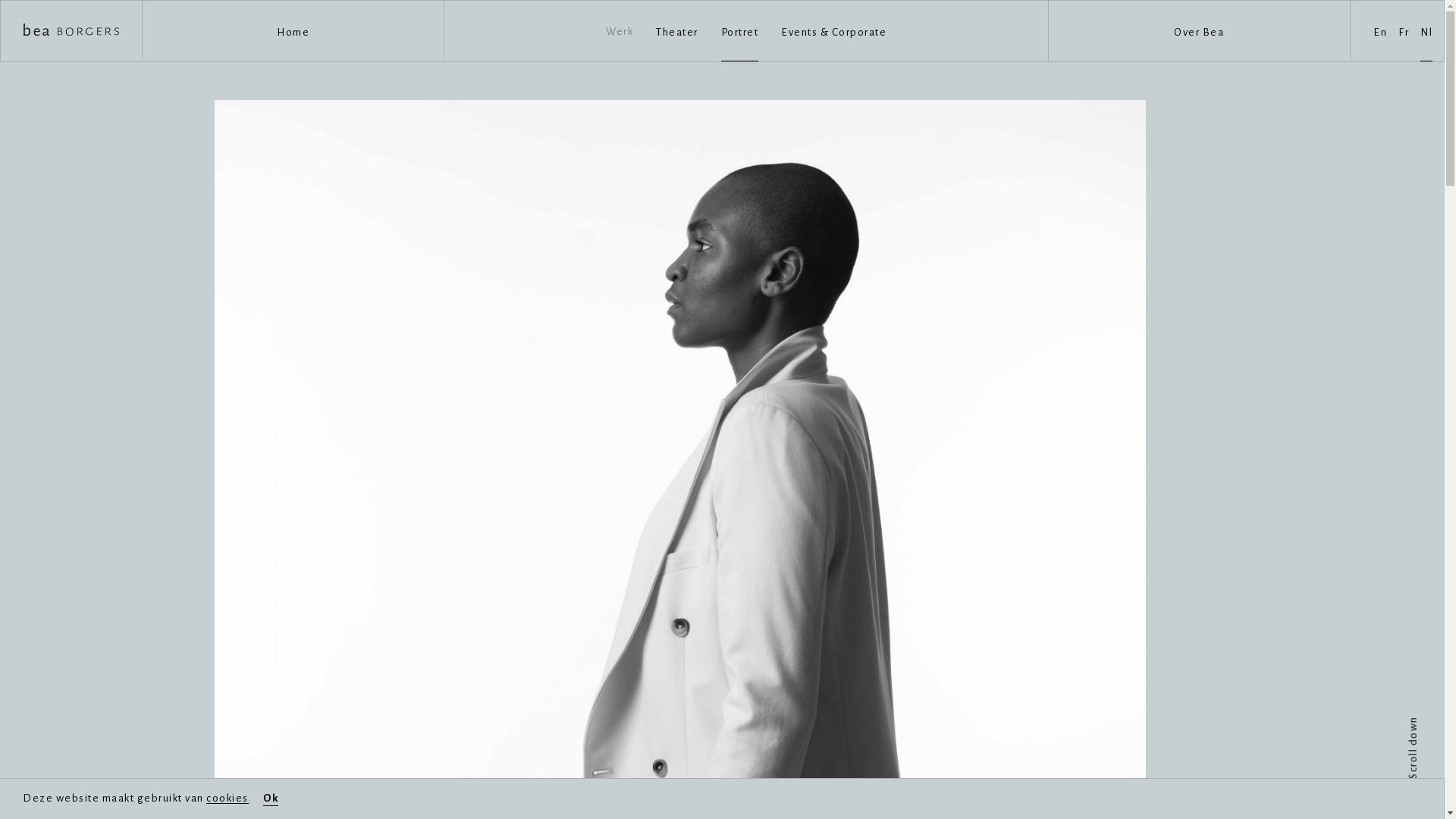 This screenshot has width=1456, height=819. Describe the element at coordinates (1403, 30) in the screenshot. I see `'Fr'` at that location.